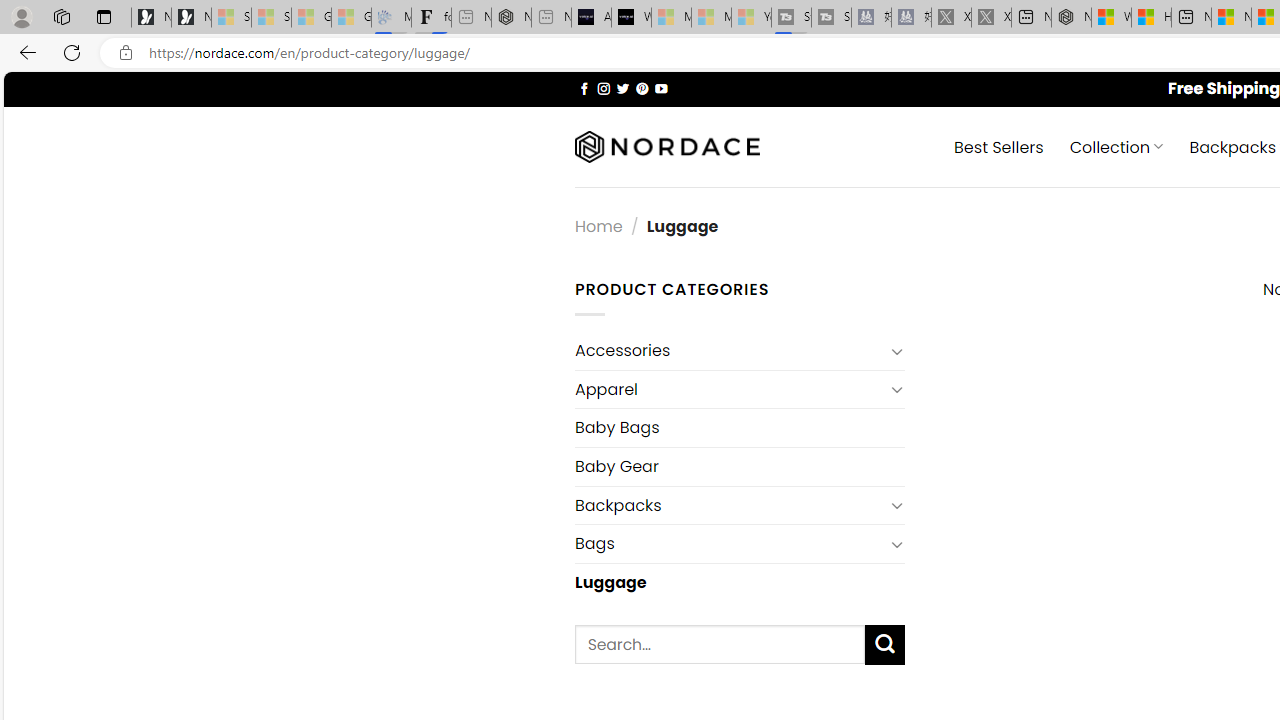  Describe the element at coordinates (738, 427) in the screenshot. I see `'Baby Bags'` at that location.